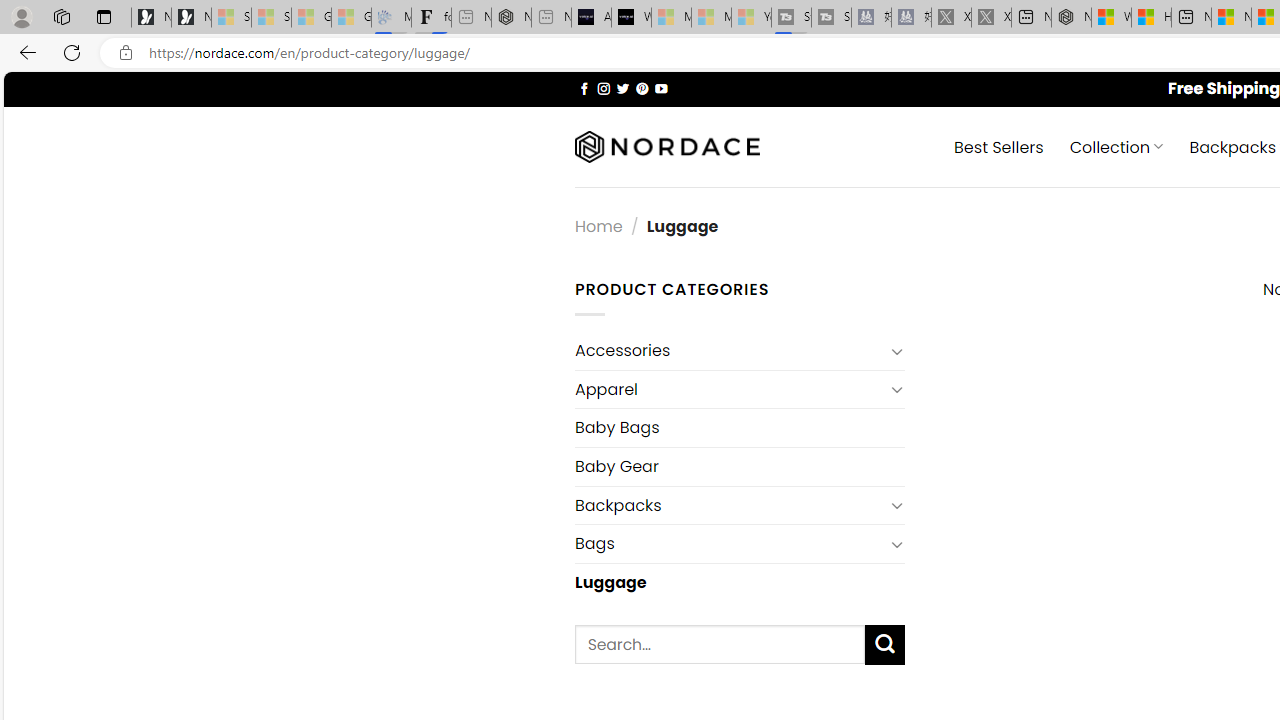  Describe the element at coordinates (738, 427) in the screenshot. I see `'Baby Bags'` at that location.